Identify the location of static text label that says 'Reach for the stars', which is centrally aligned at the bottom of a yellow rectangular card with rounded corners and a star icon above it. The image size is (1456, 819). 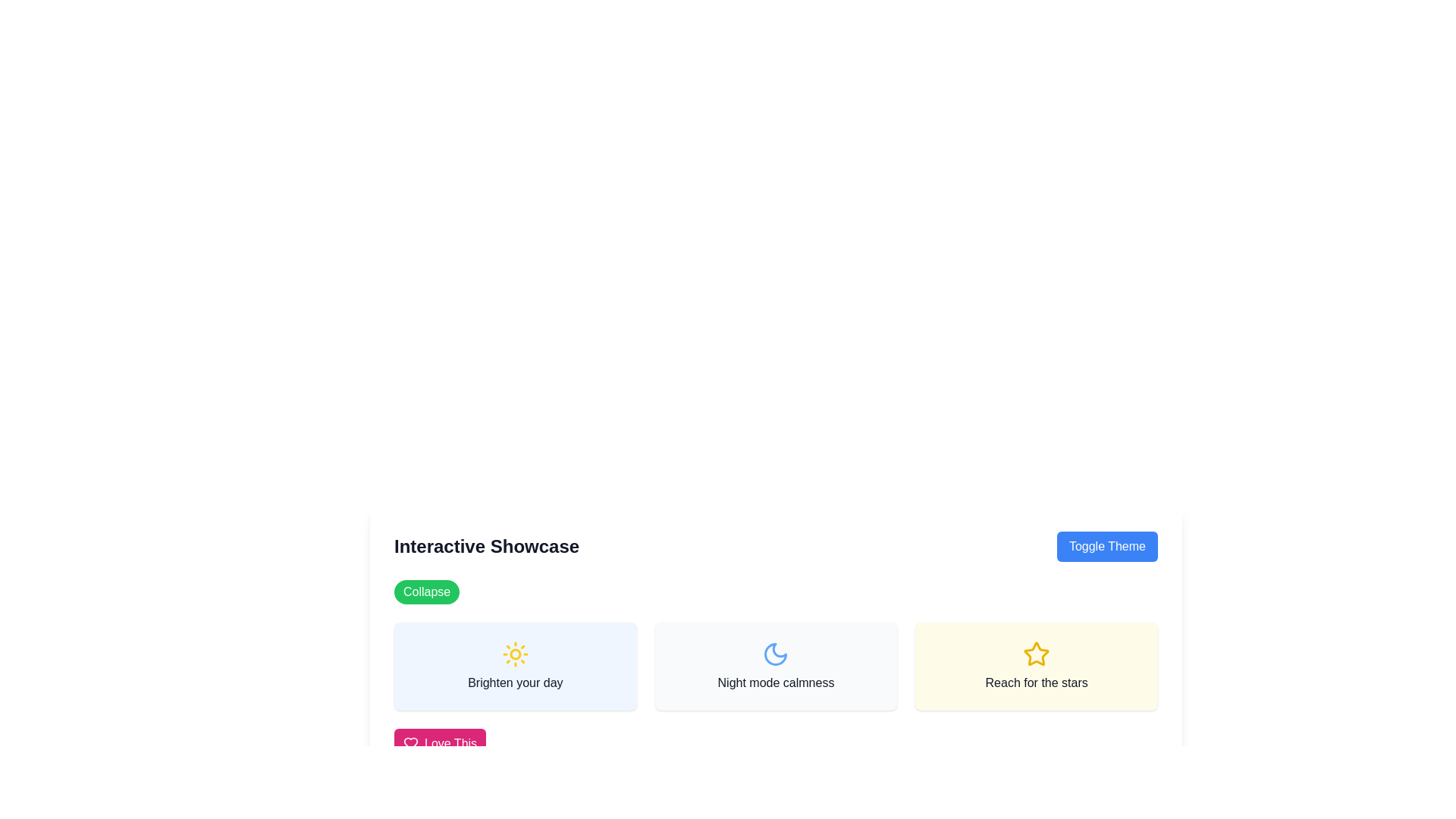
(1036, 683).